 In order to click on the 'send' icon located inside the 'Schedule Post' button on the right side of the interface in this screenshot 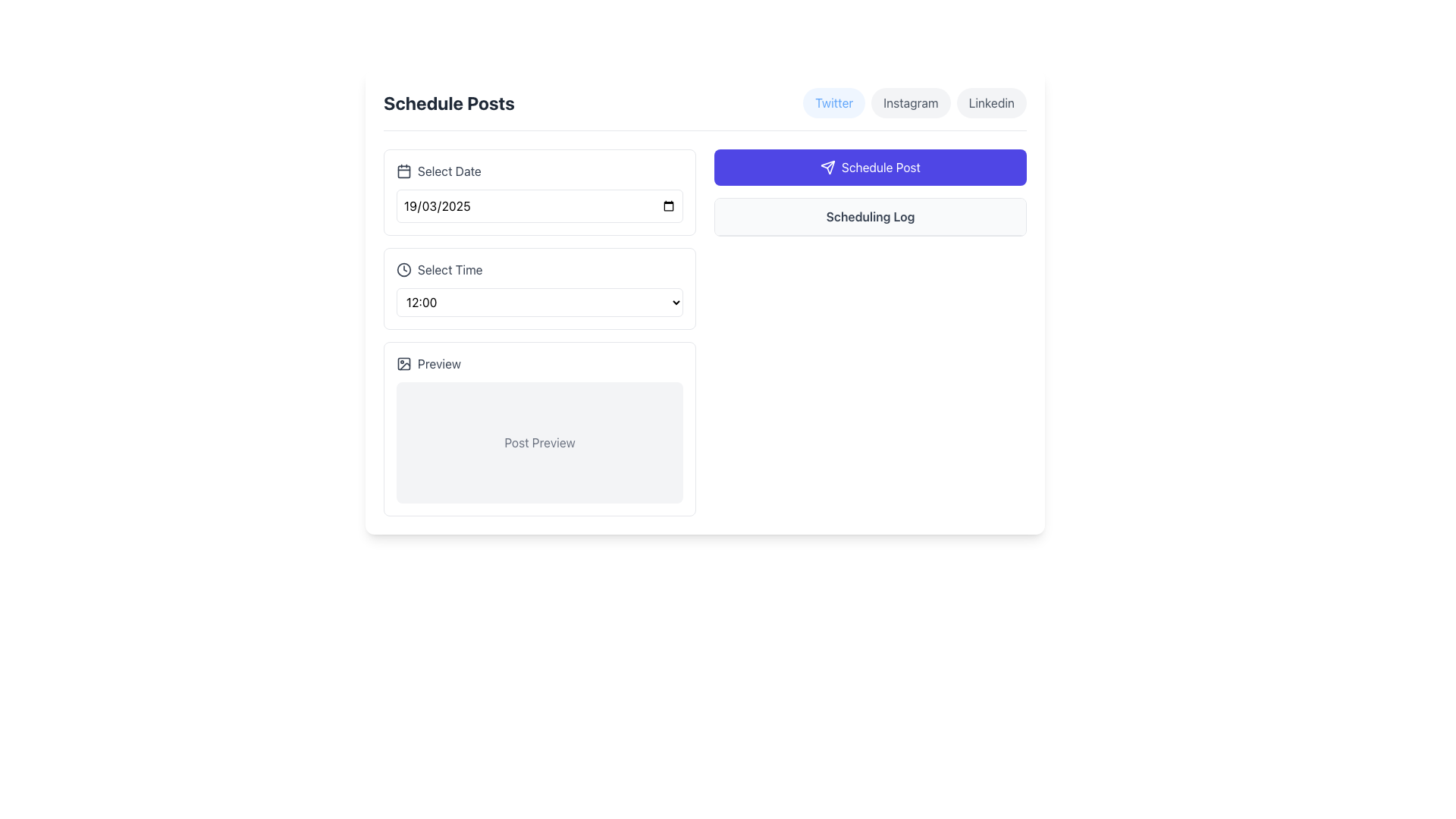, I will do `click(827, 167)`.